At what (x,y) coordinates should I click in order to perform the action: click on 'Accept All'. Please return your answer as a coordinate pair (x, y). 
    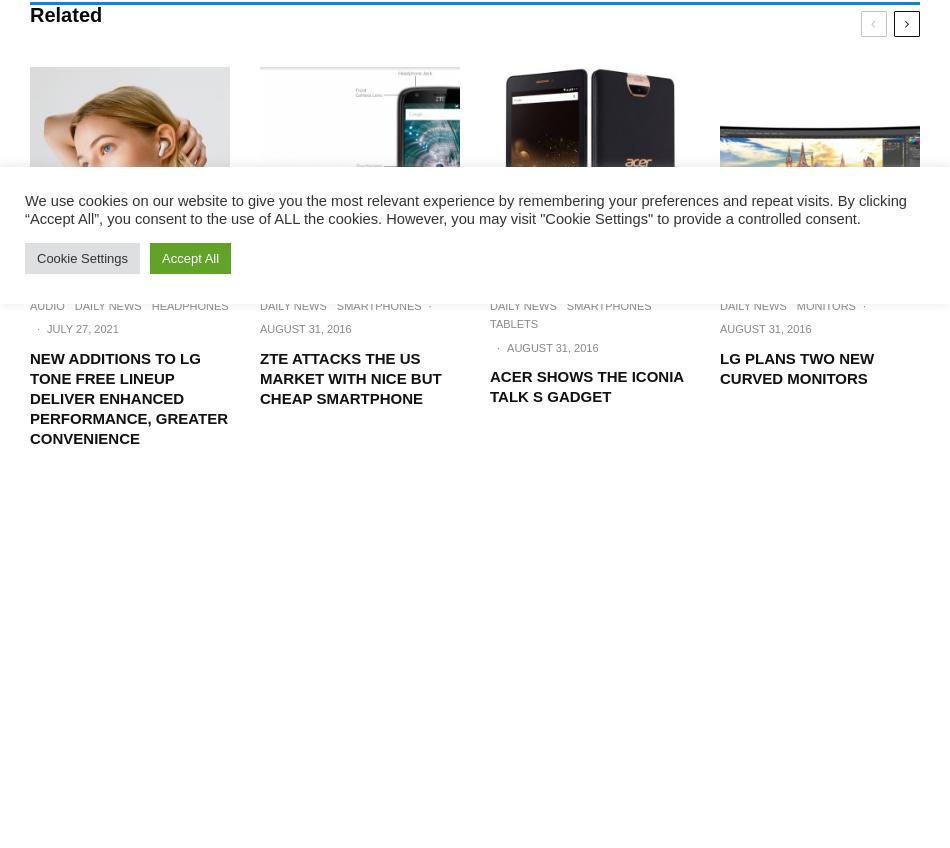
    Looking at the image, I should click on (161, 257).